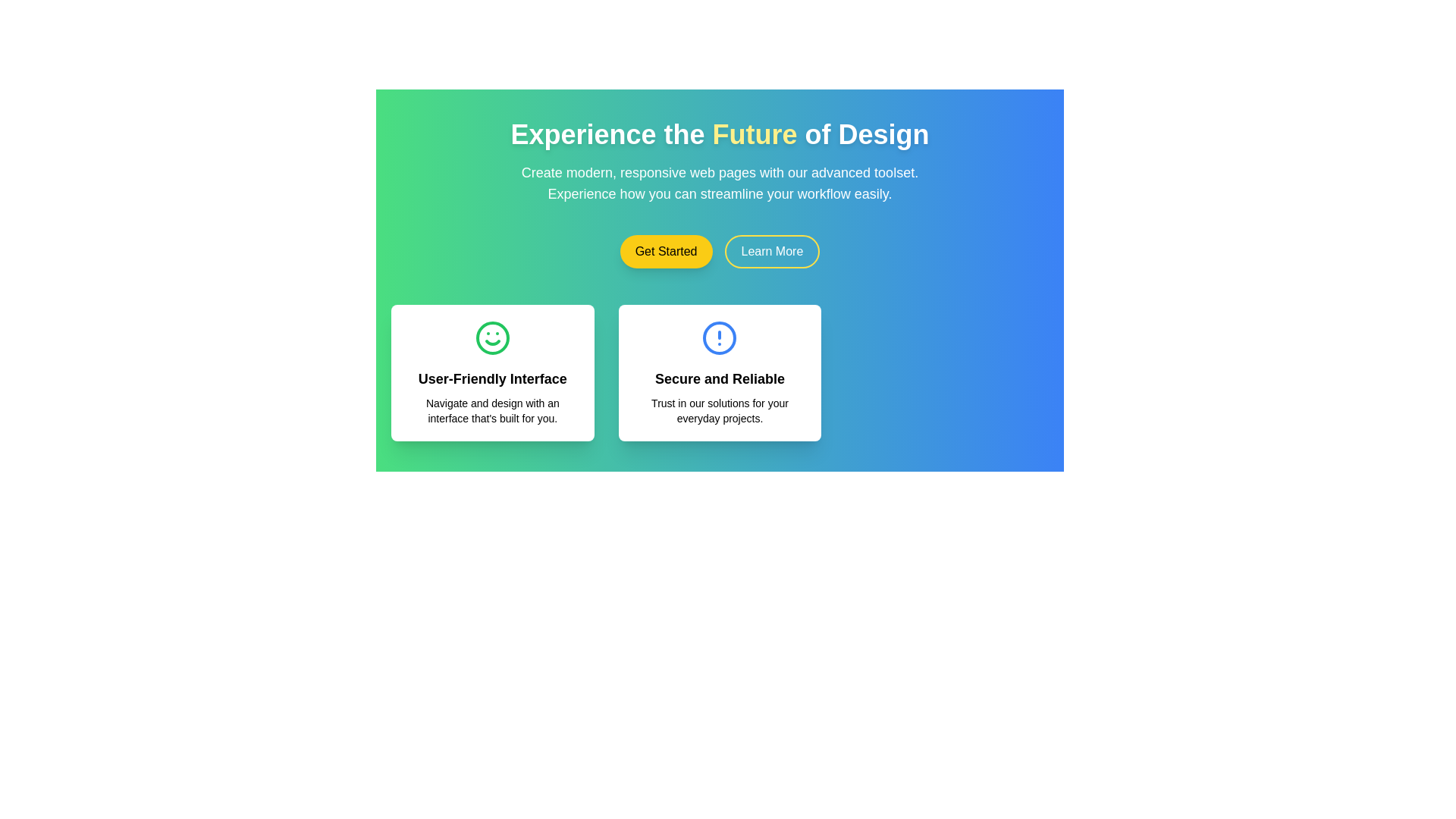 Image resolution: width=1456 pixels, height=819 pixels. Describe the element at coordinates (492, 373) in the screenshot. I see `the card component that presents a concise description of a feature or benefit offered by the application, located in the first column of the three-column grid on the left side, adjacent to the card that starts with 'Secure and Reliable'` at that location.